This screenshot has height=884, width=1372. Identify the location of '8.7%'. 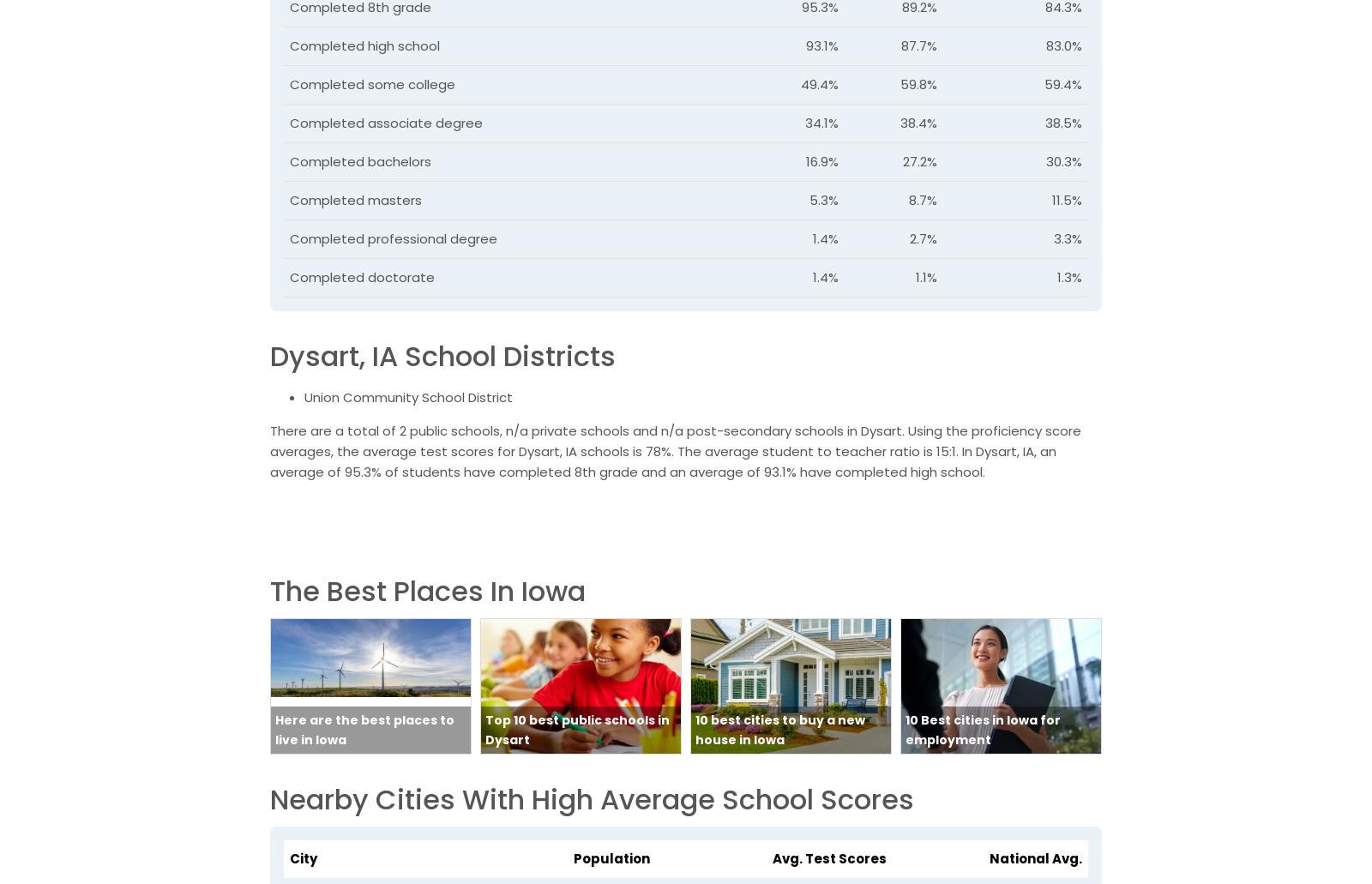
(922, 200).